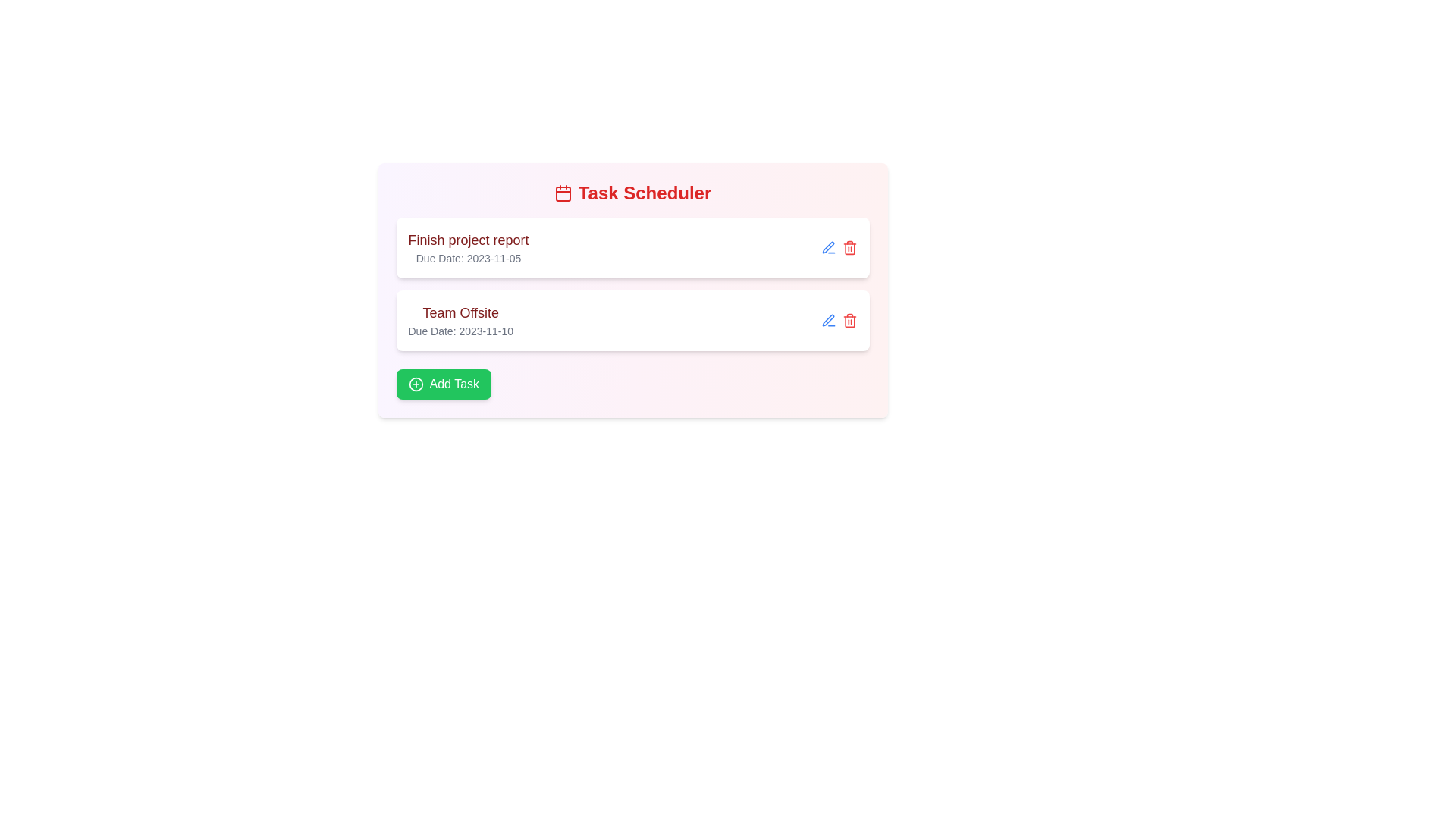  What do you see at coordinates (827, 320) in the screenshot?
I see `the edit icon for the task labeled 'Team Offsite'` at bounding box center [827, 320].